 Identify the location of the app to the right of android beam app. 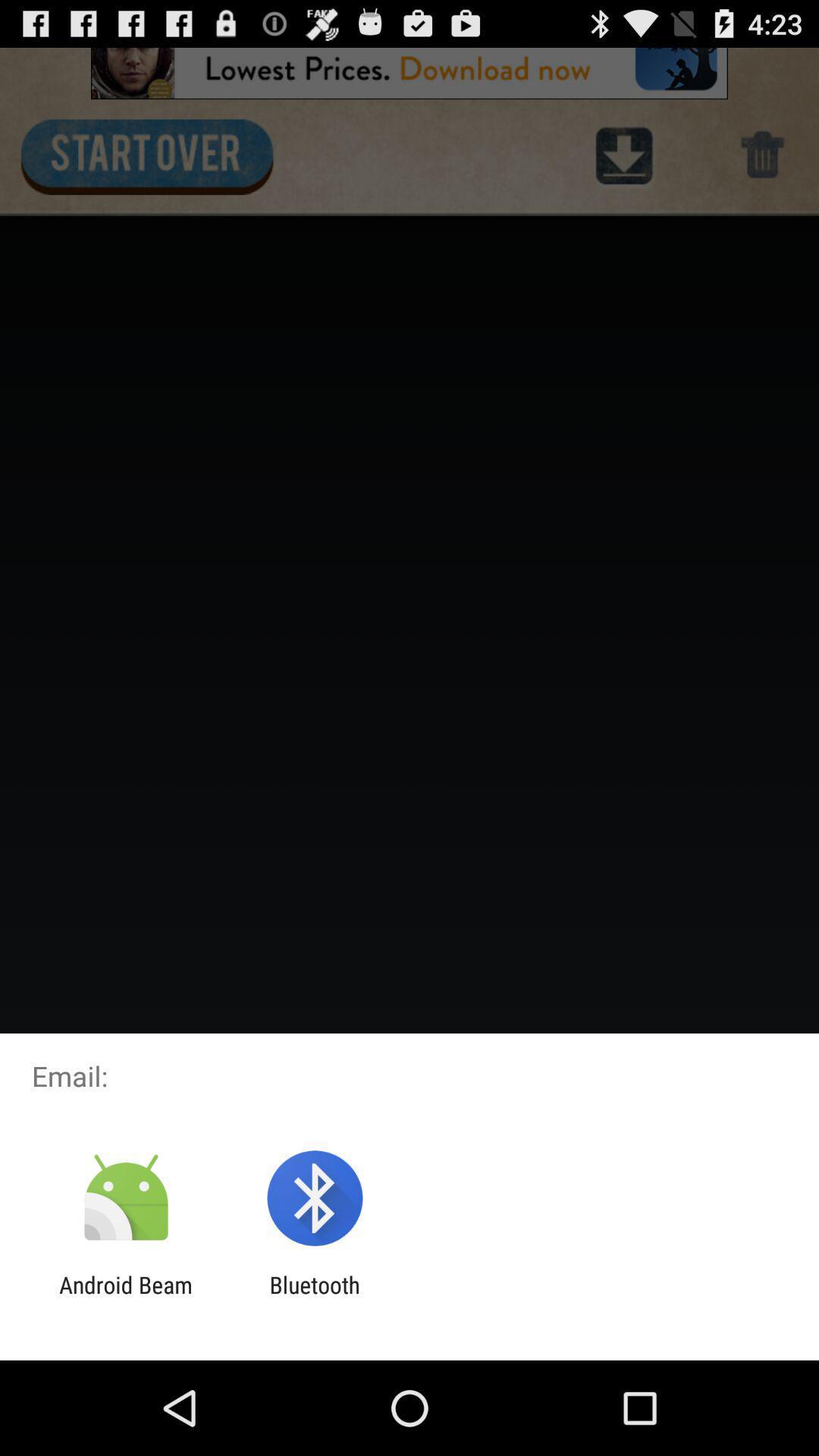
(314, 1298).